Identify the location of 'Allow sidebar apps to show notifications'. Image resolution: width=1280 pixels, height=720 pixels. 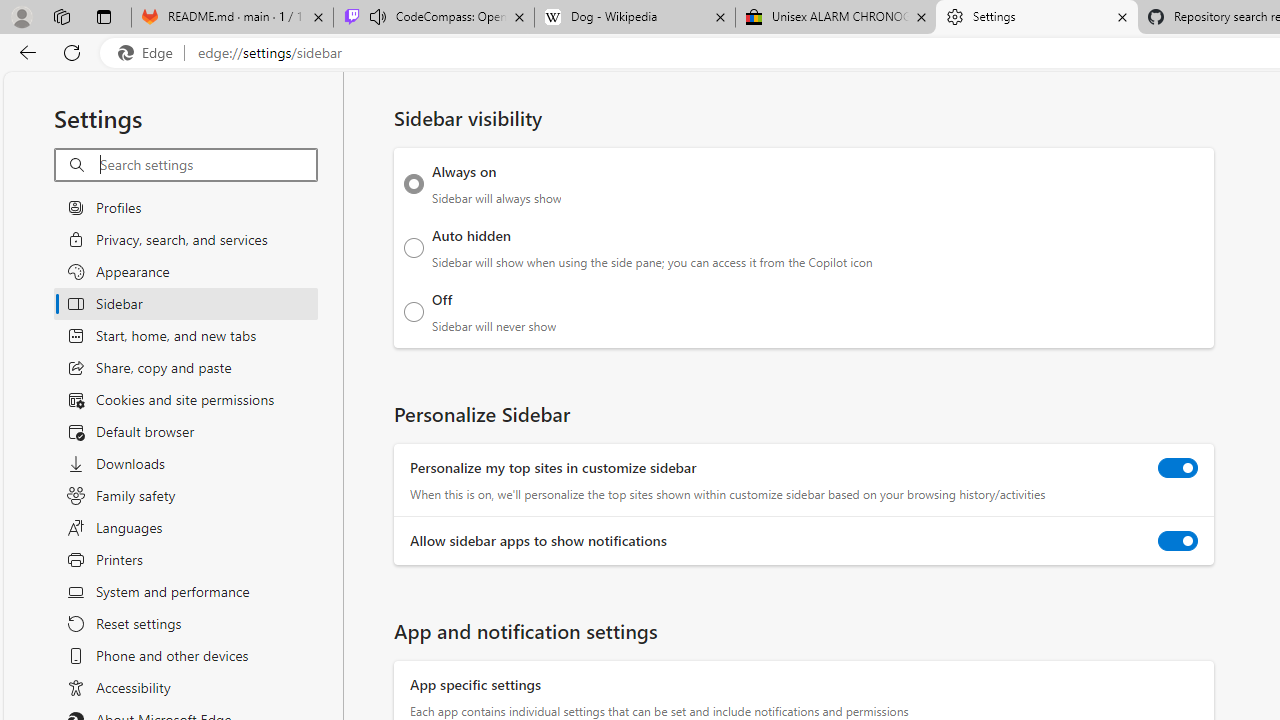
(1178, 541).